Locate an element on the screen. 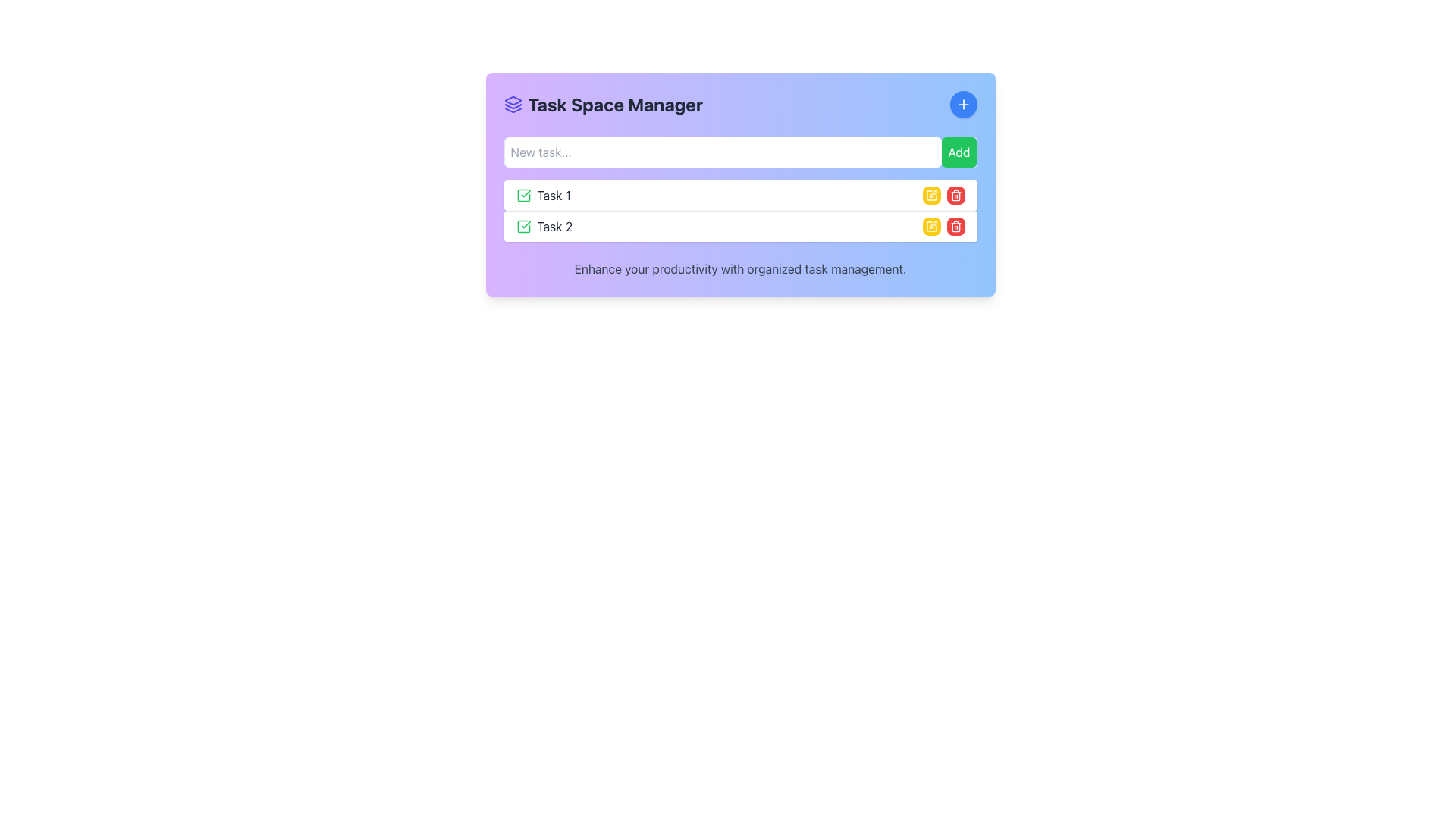 The width and height of the screenshot is (1456, 819). the vibrant red button with a white trash can icon is located at coordinates (955, 227).